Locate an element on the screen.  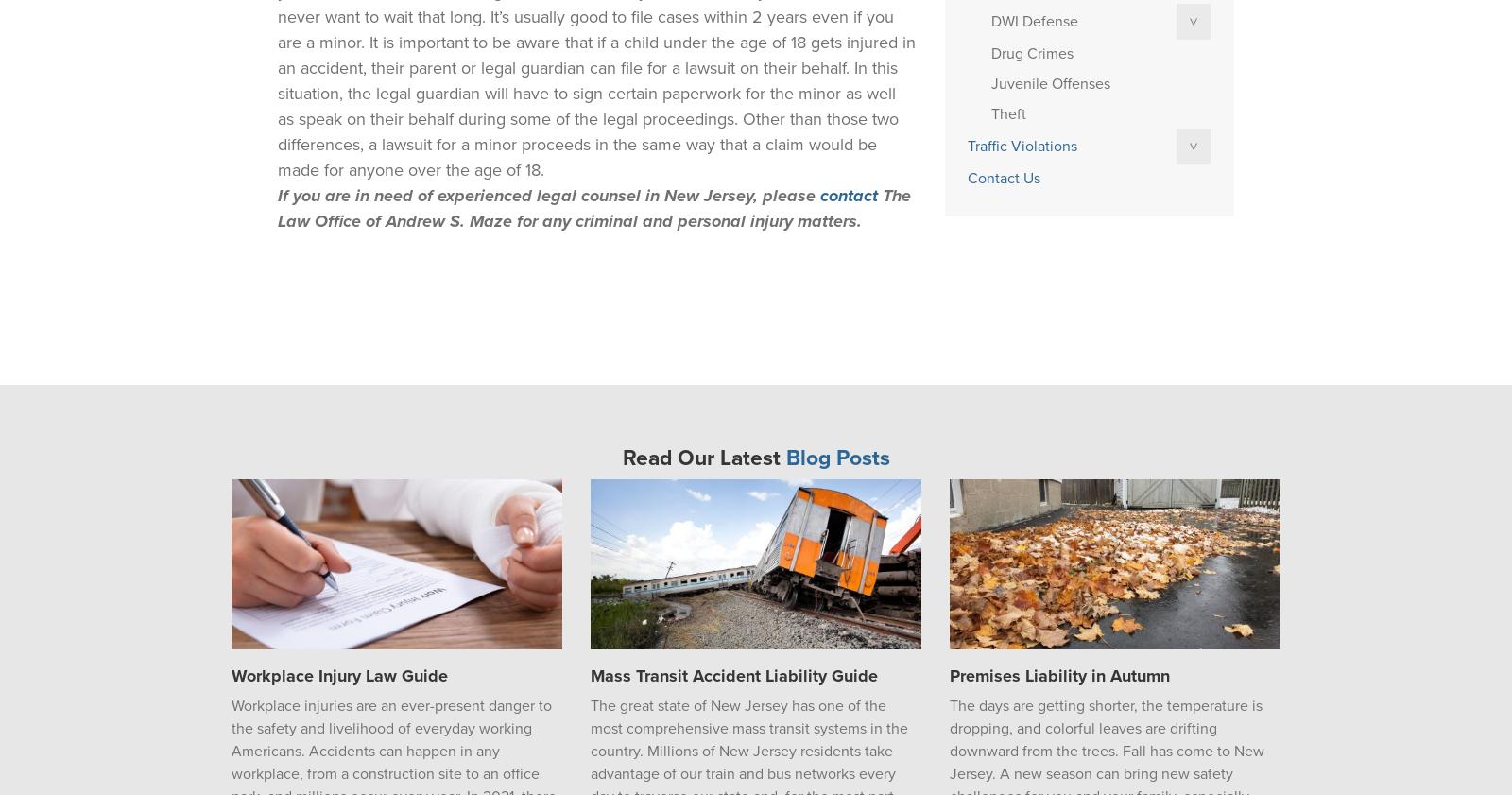
'Drug Crimes' is located at coordinates (1031, 53).